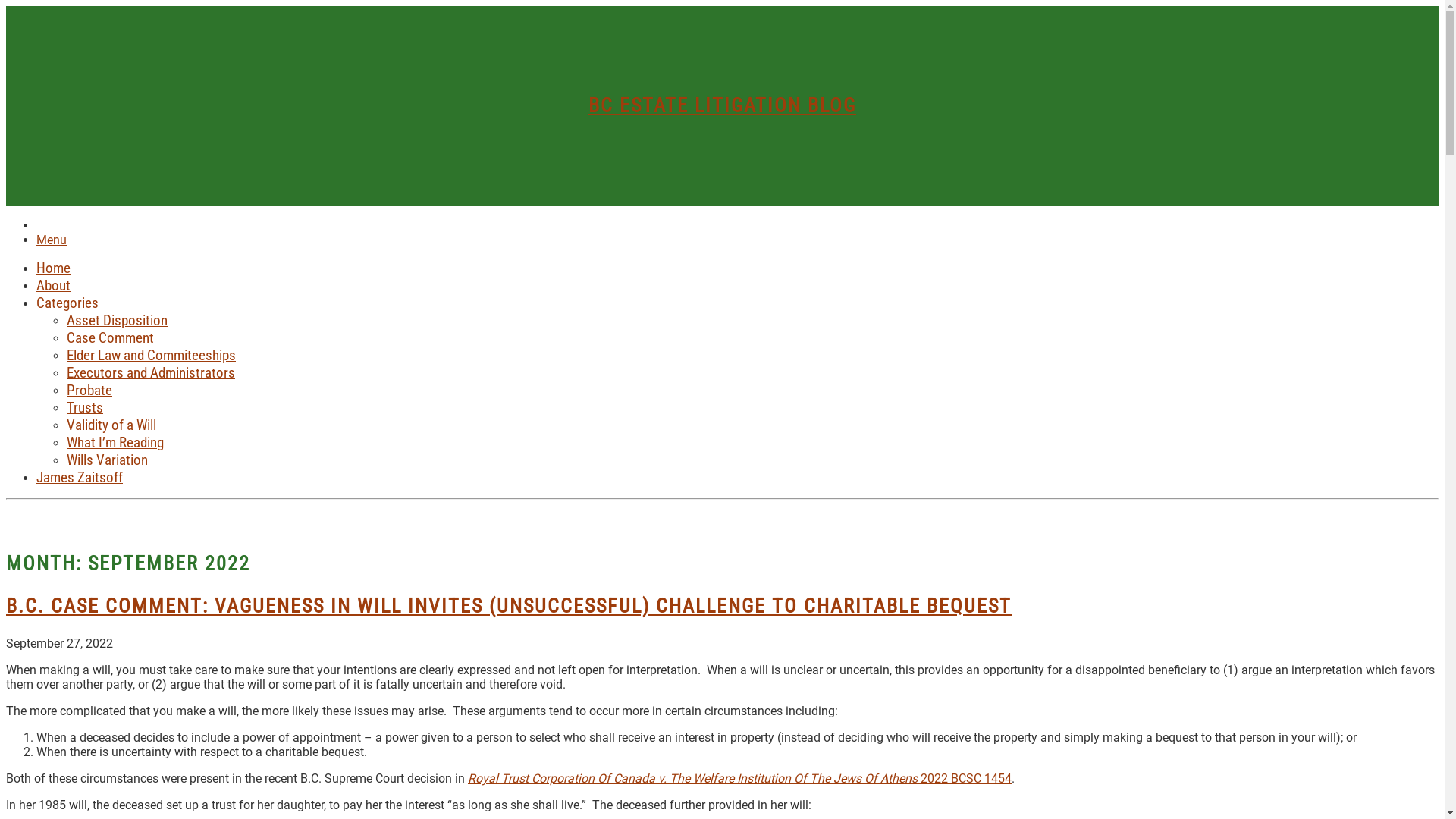 The height and width of the screenshot is (819, 1456). I want to click on 'Skip to content', so click(5, 5).